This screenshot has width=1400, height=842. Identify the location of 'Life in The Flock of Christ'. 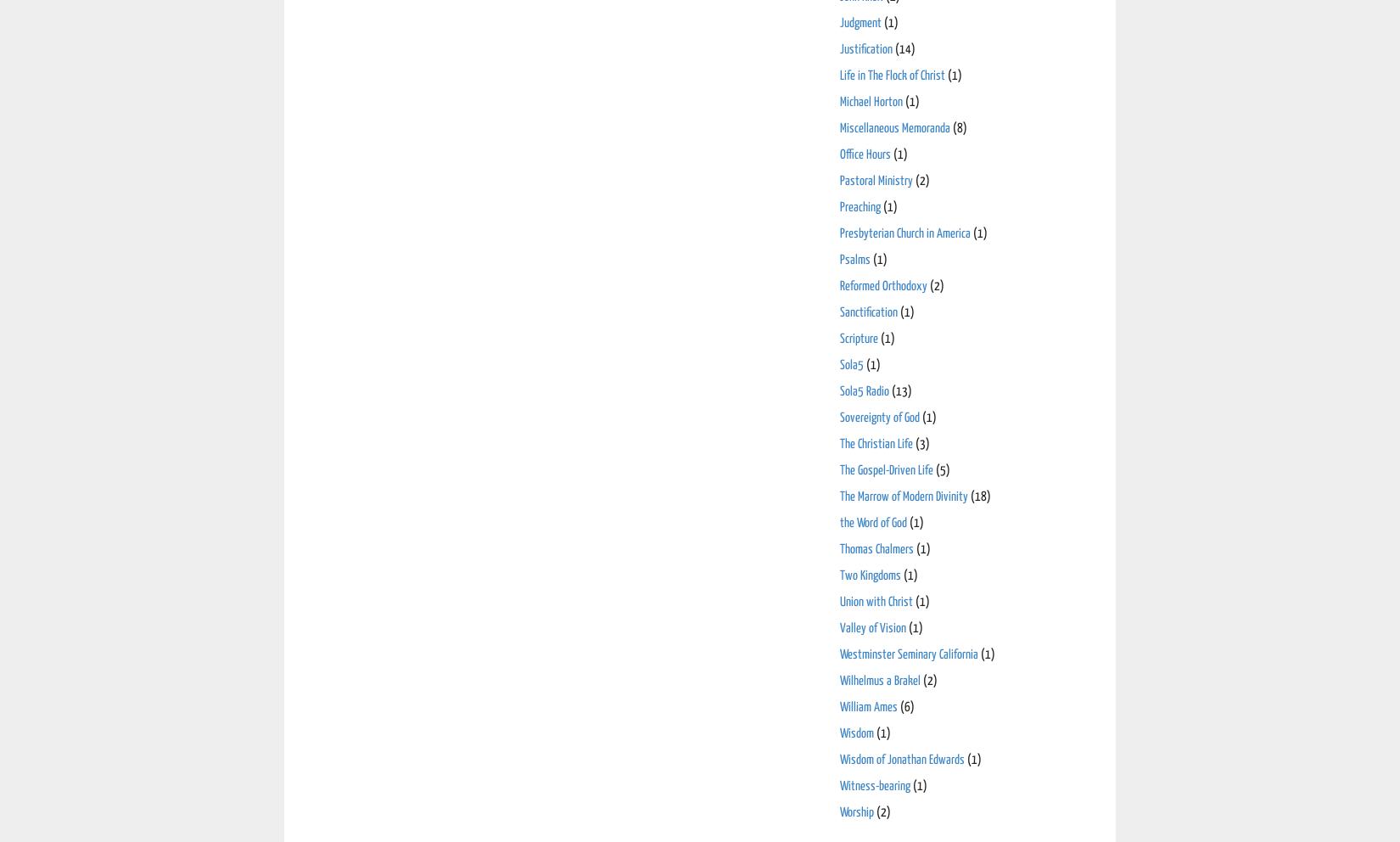
(840, 74).